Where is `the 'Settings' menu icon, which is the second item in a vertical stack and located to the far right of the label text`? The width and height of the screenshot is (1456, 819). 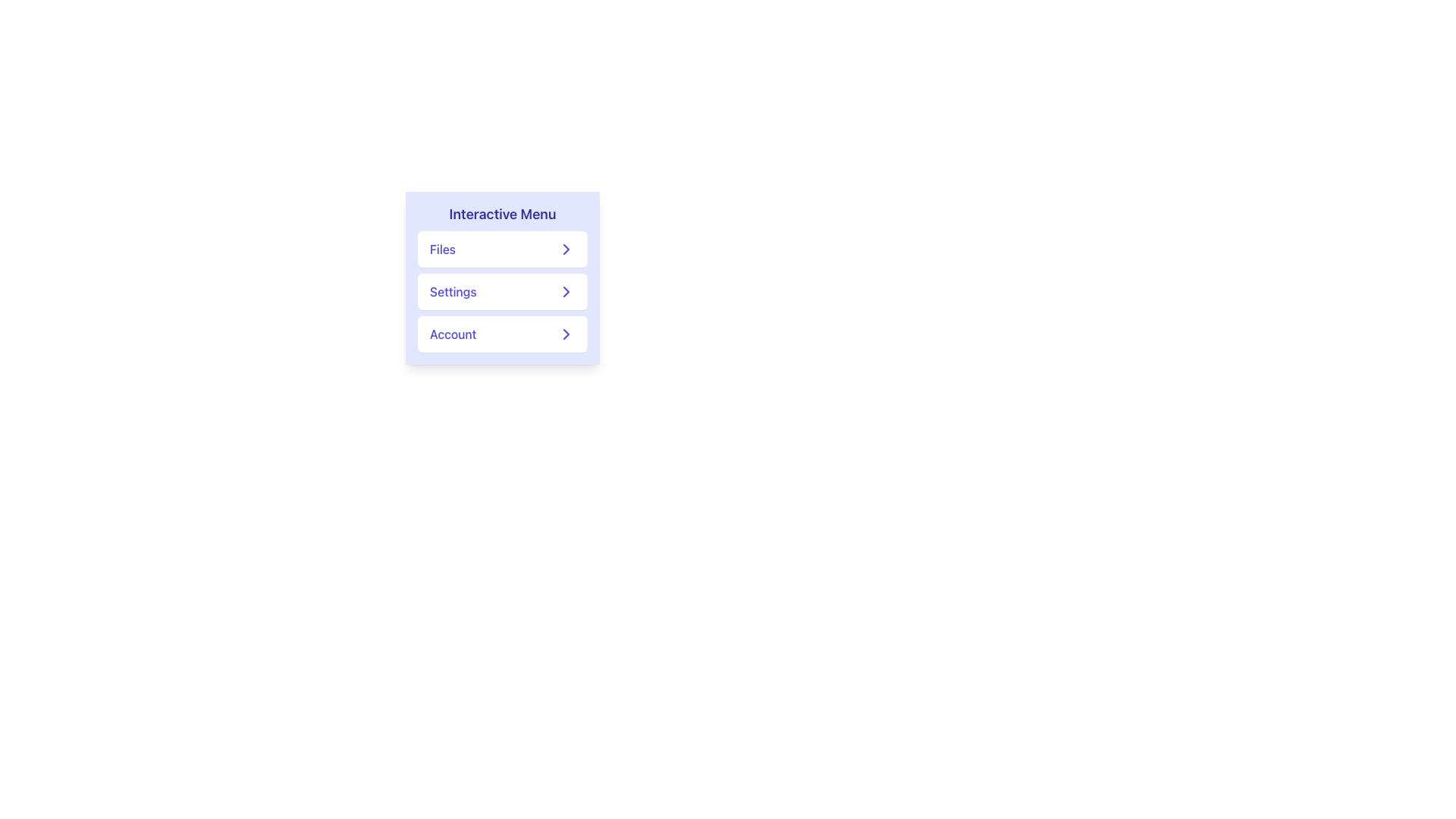 the 'Settings' menu icon, which is the second item in a vertical stack and located to the far right of the label text is located at coordinates (566, 292).